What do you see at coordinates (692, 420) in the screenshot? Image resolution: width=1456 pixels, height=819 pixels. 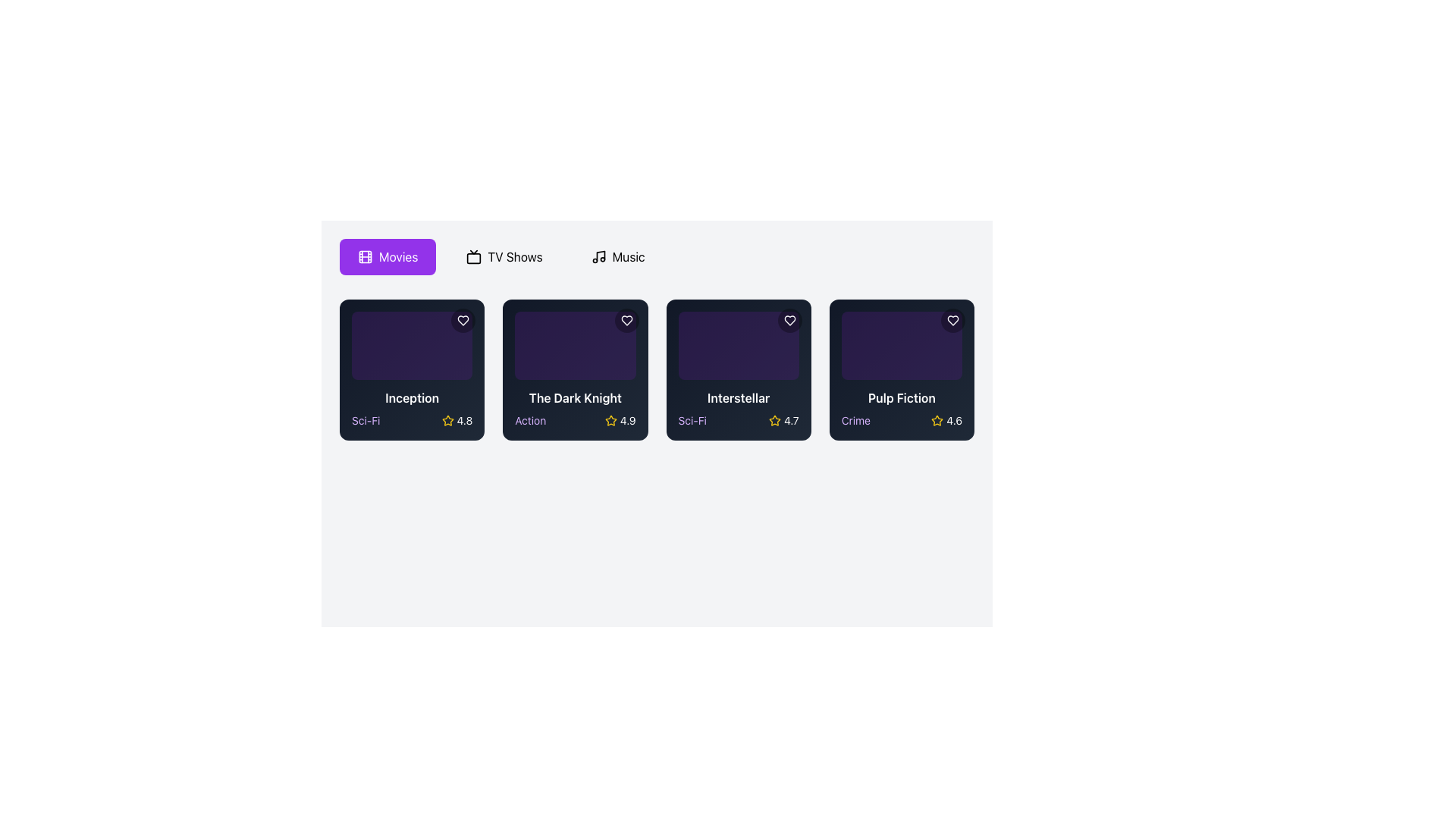 I see `text label displaying 'Sci-Fi' in purple color below the 'Interstellar' movie card` at bounding box center [692, 420].